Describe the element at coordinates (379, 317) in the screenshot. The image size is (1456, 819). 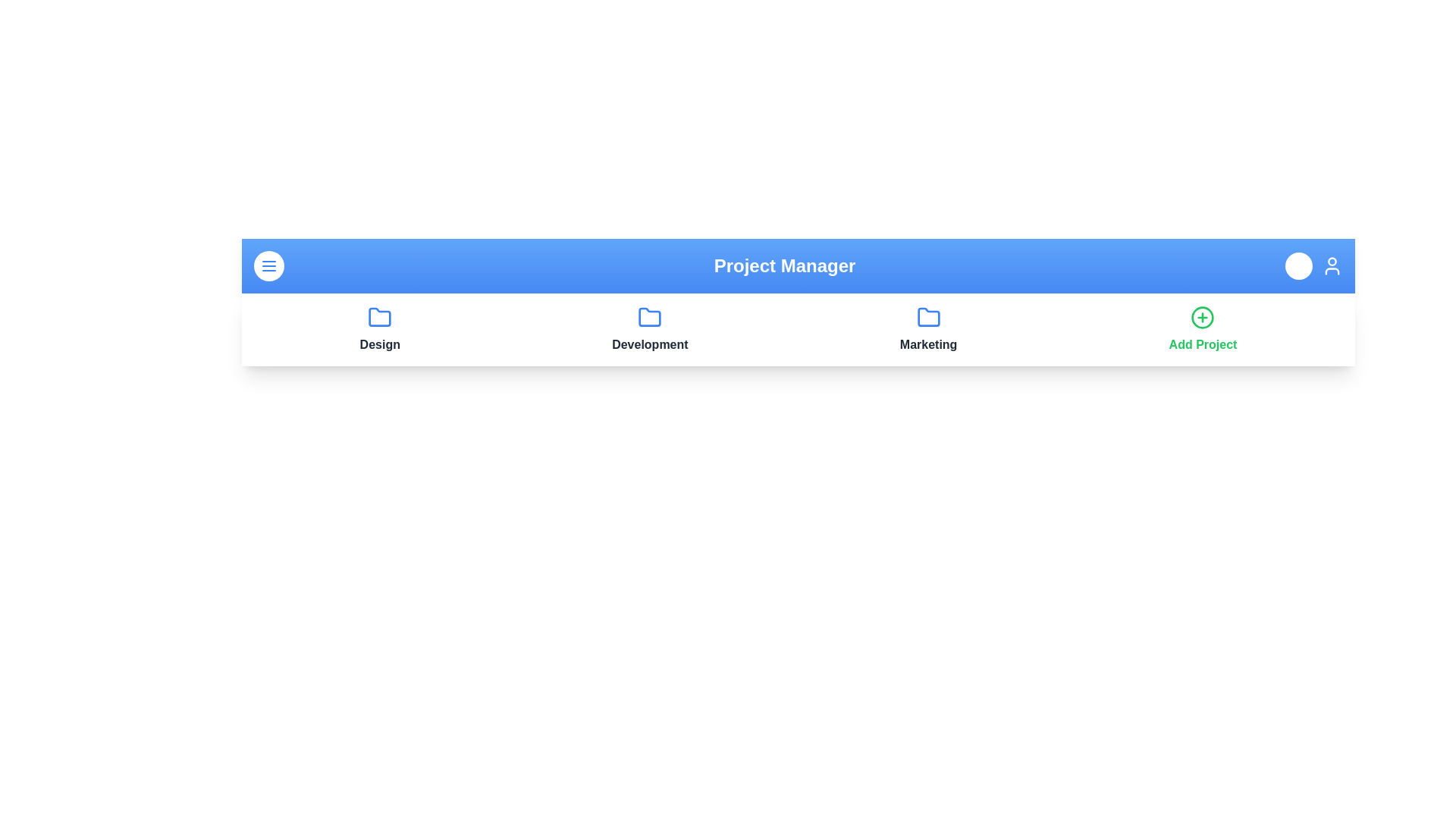
I see `the project folder for Design` at that location.